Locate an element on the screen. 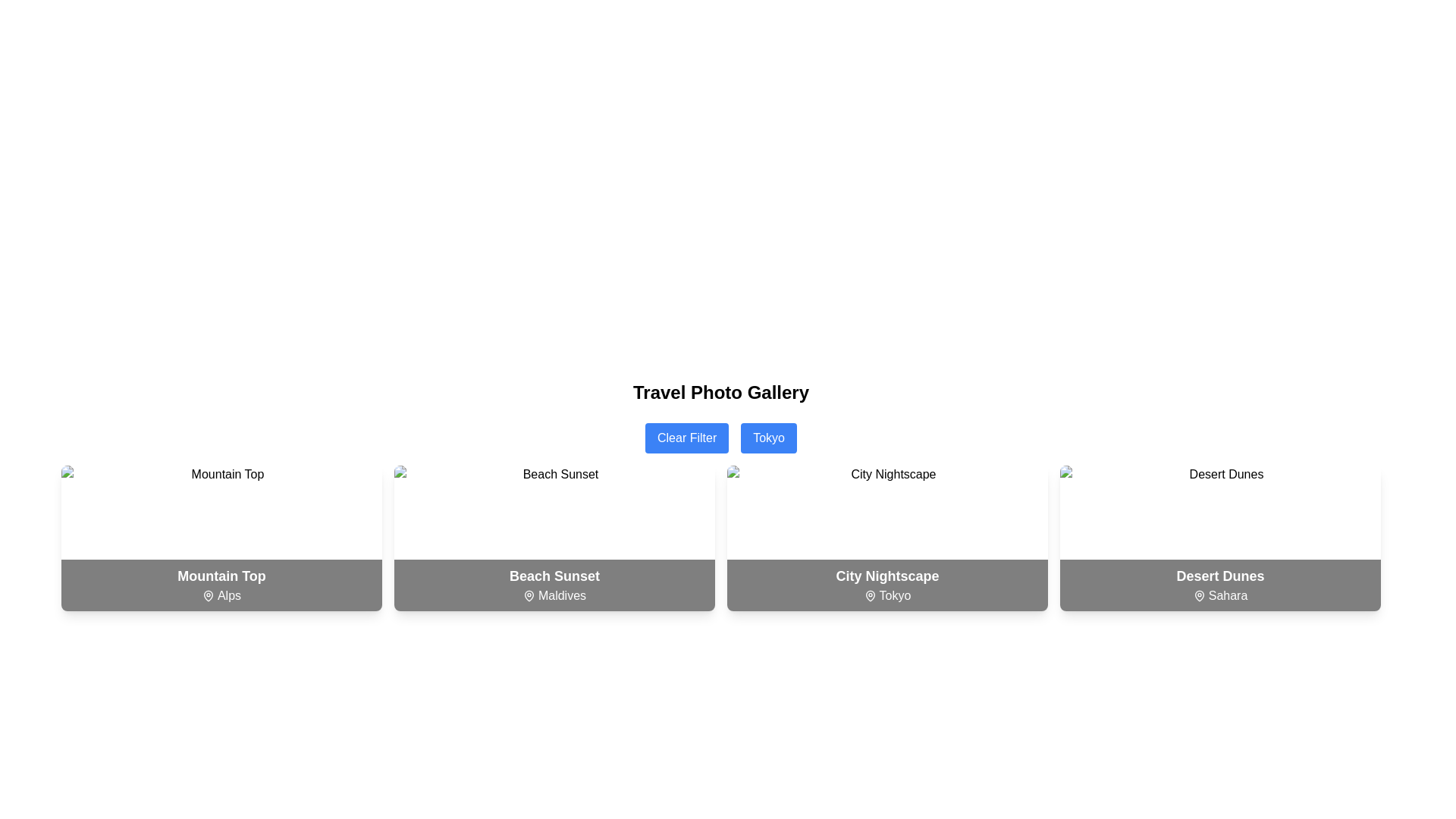  contents of the Text Label indicating 'Beach Sunset', which is positioned at the bottom-center of the card and above the text 'Maldives' is located at coordinates (554, 576).